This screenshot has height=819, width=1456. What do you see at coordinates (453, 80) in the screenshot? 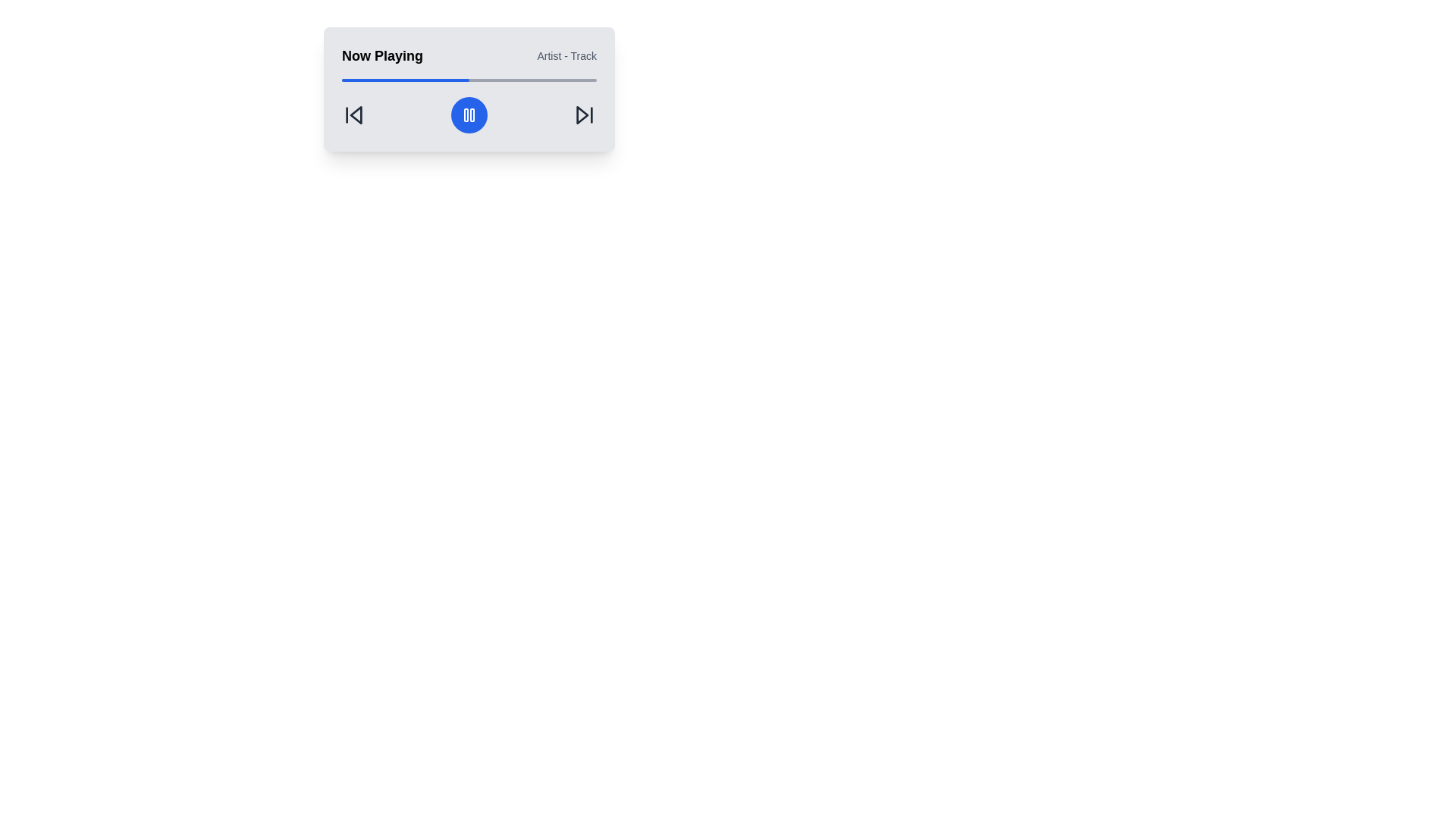
I see `the progress of the bar` at bounding box center [453, 80].